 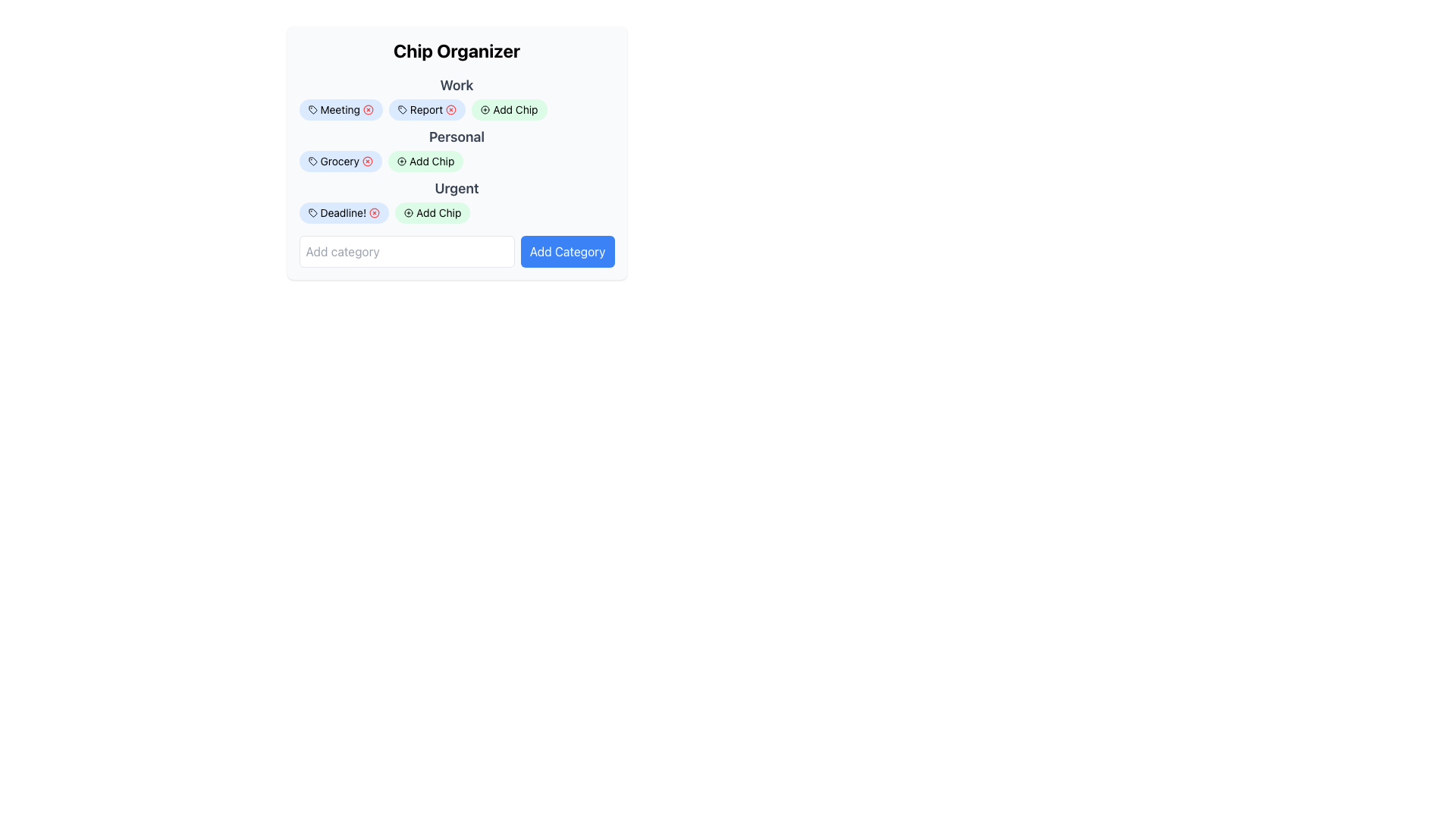 I want to click on the red cross icon on the 'Report' chip tag, so click(x=426, y=109).